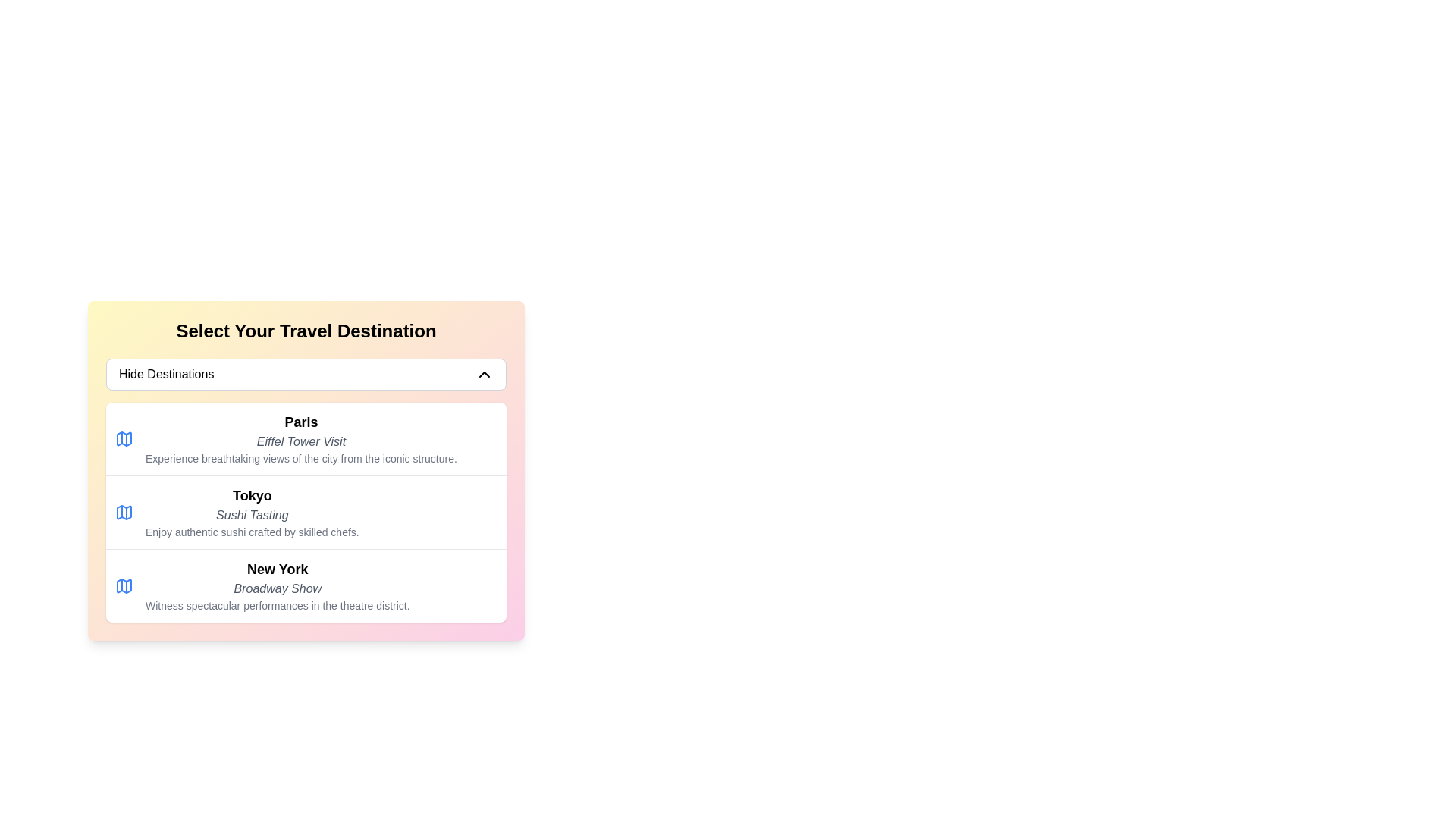 This screenshot has width=1456, height=819. Describe the element at coordinates (124, 438) in the screenshot. I see `the travel destination icon for Paris, which is located on the left side of the associated text details in the list item` at that location.